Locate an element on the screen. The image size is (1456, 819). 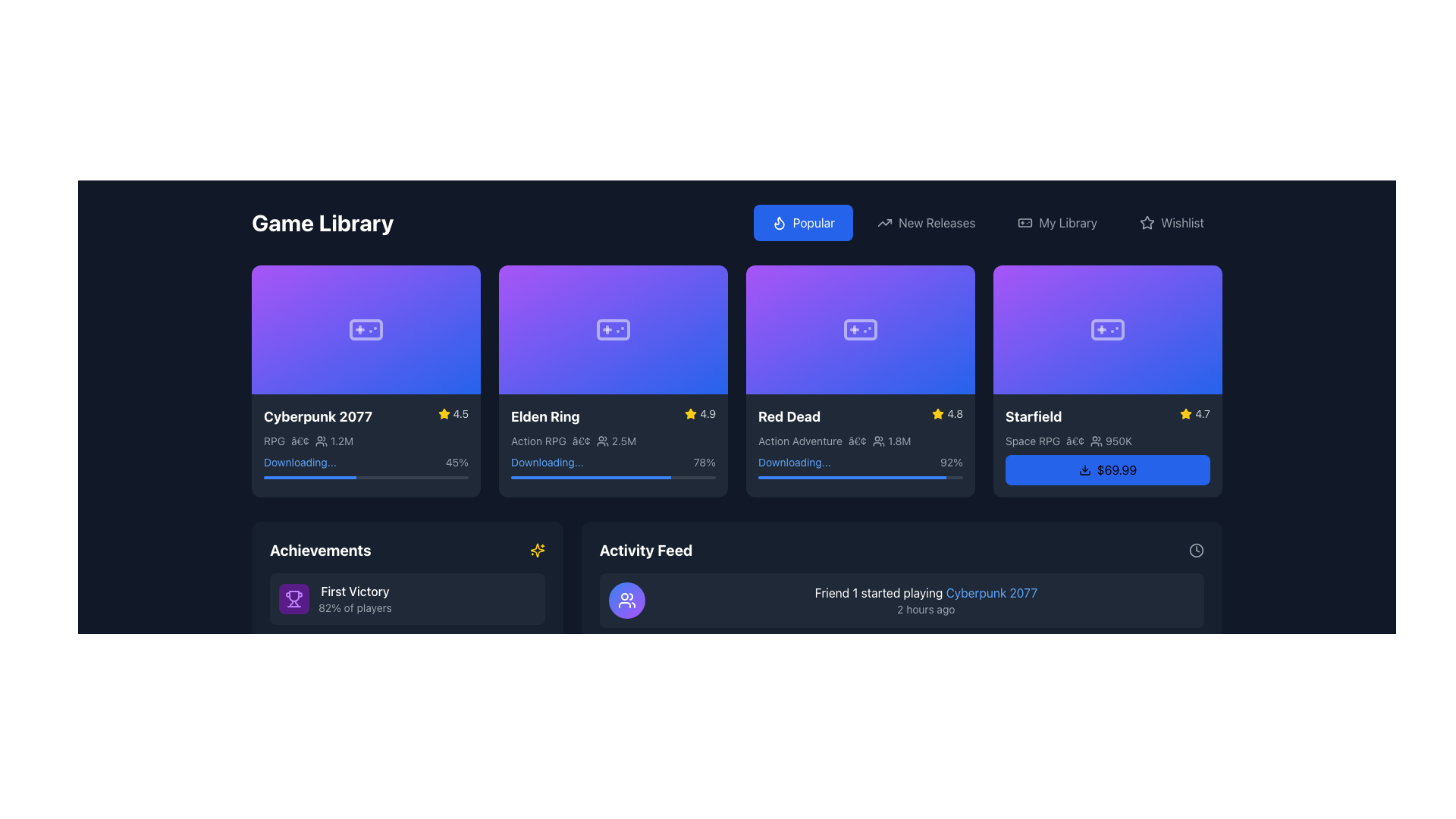
the graphical flame icon located inside the 'Popular' selection button, positioned to the left of the text label 'Popular' is located at coordinates (779, 223).